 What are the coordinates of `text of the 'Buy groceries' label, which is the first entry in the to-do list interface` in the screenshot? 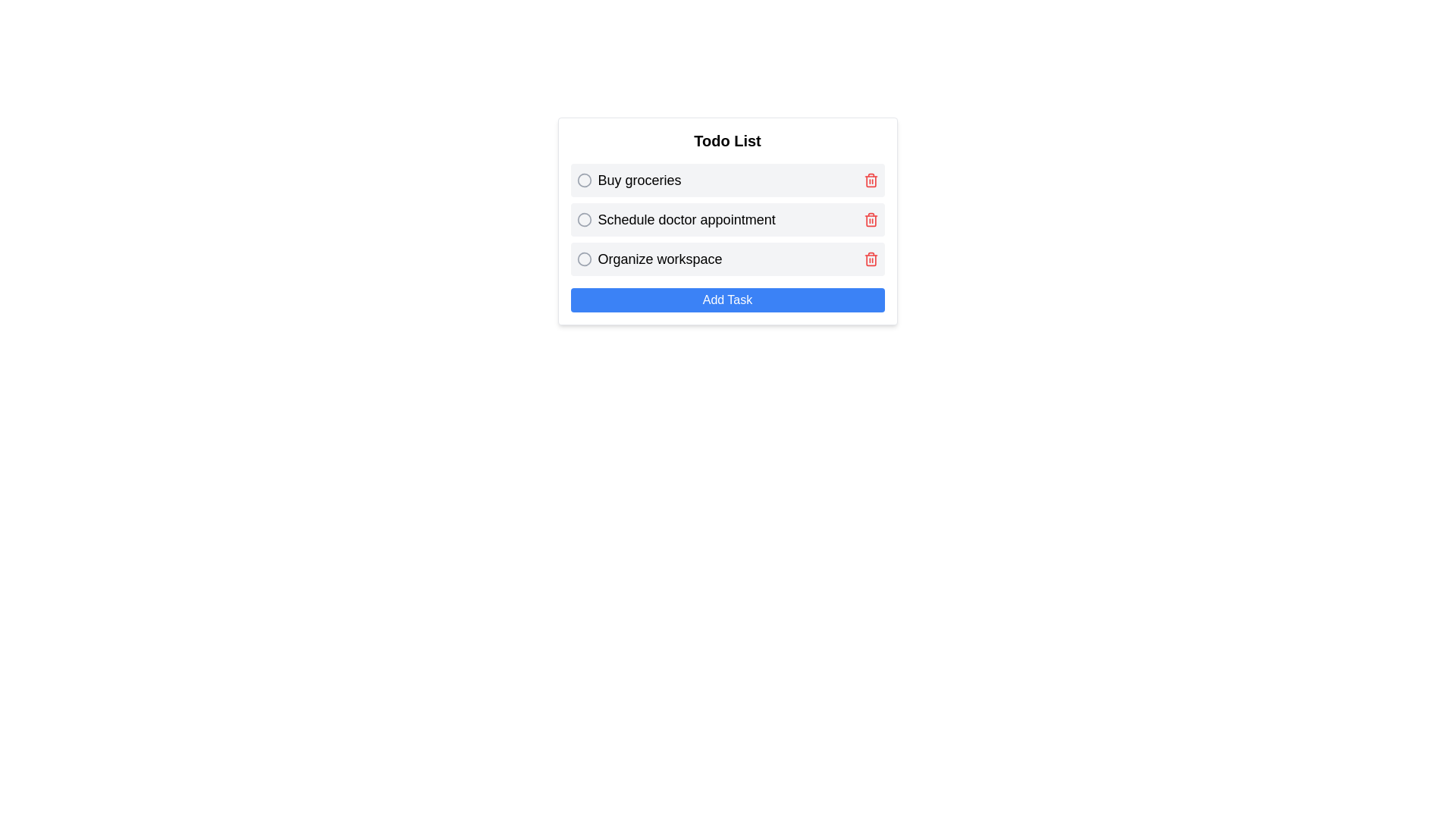 It's located at (639, 180).